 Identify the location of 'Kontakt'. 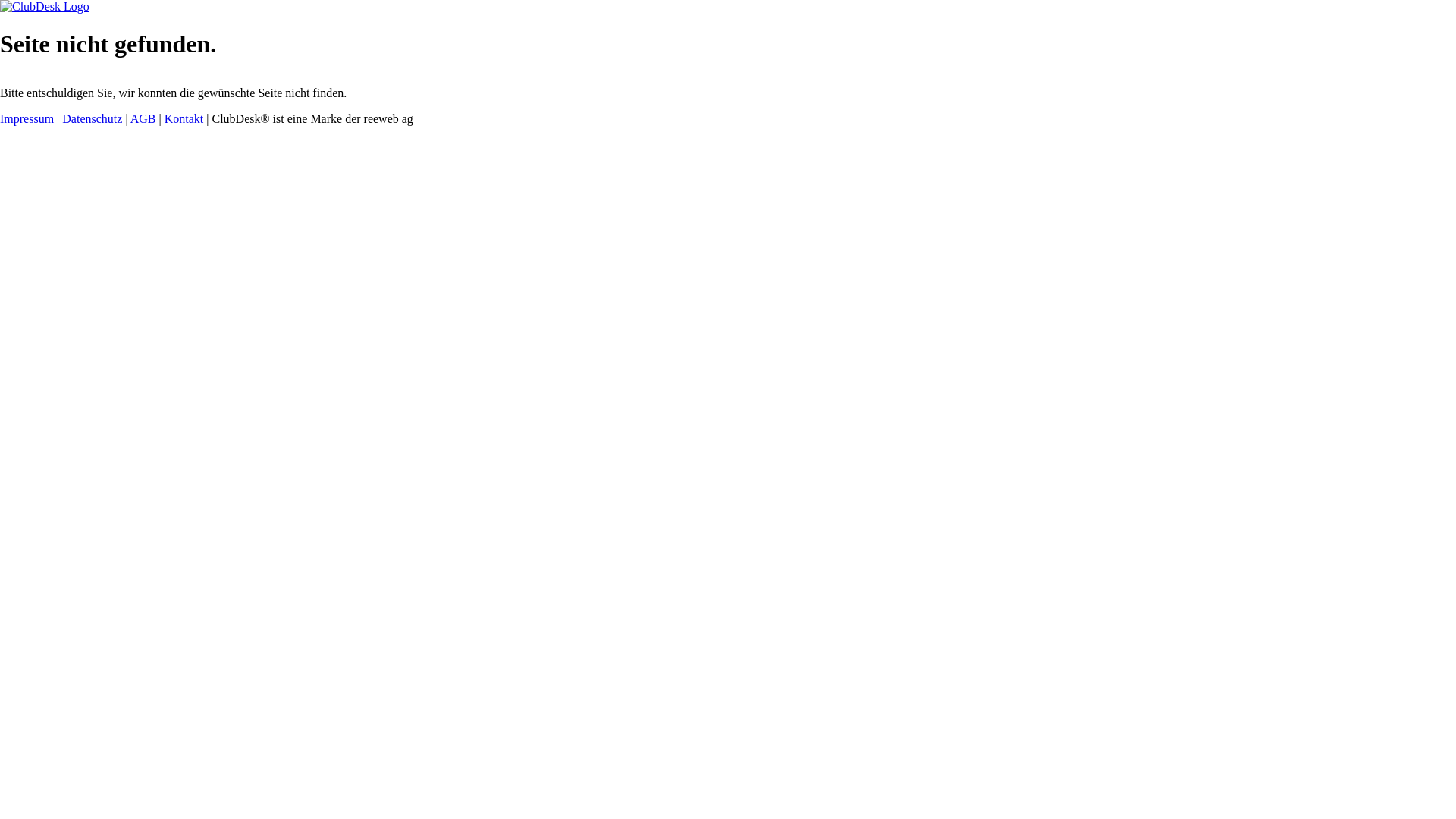
(184, 118).